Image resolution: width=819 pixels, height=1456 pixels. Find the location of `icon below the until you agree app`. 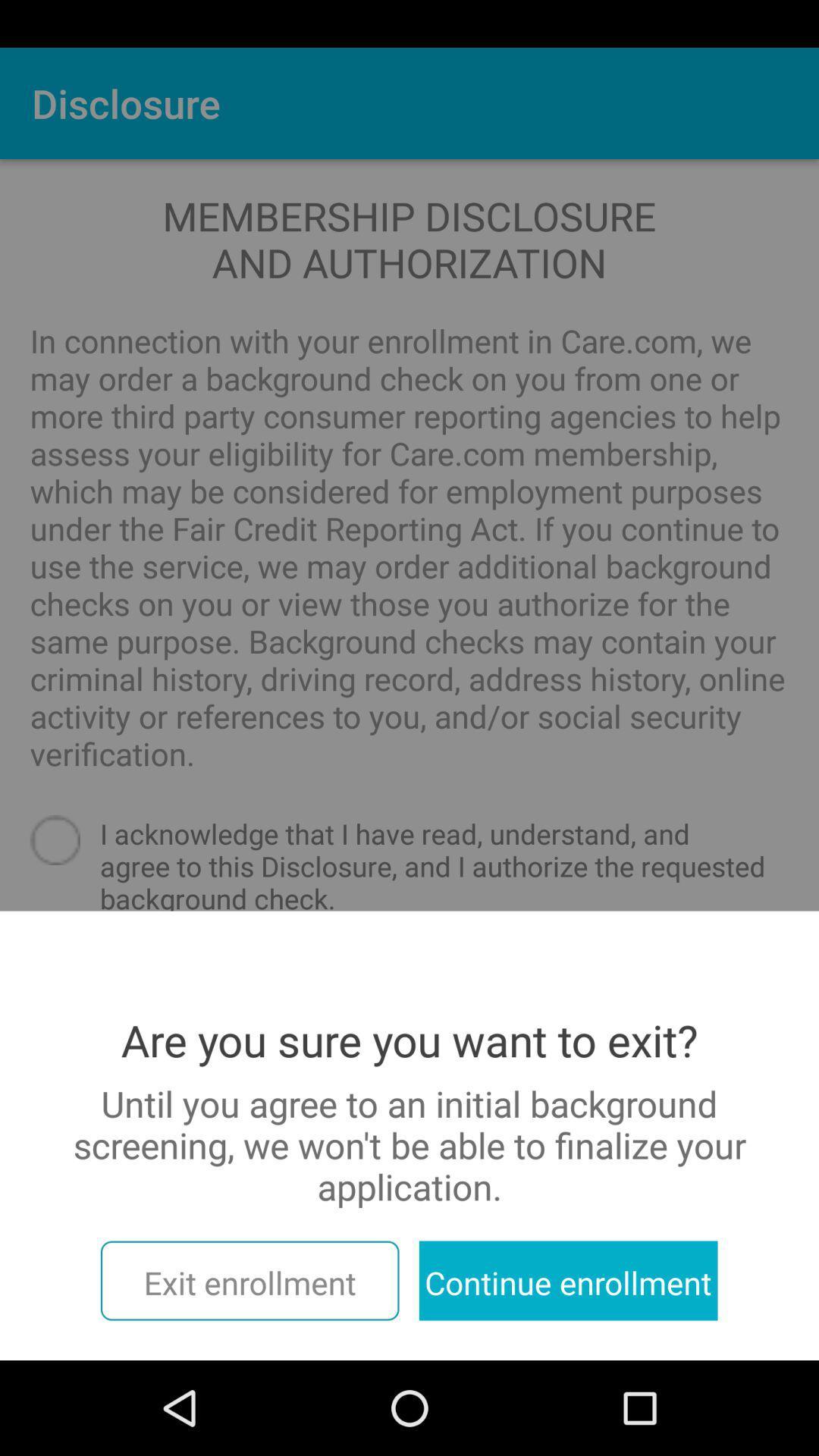

icon below the until you agree app is located at coordinates (249, 1280).